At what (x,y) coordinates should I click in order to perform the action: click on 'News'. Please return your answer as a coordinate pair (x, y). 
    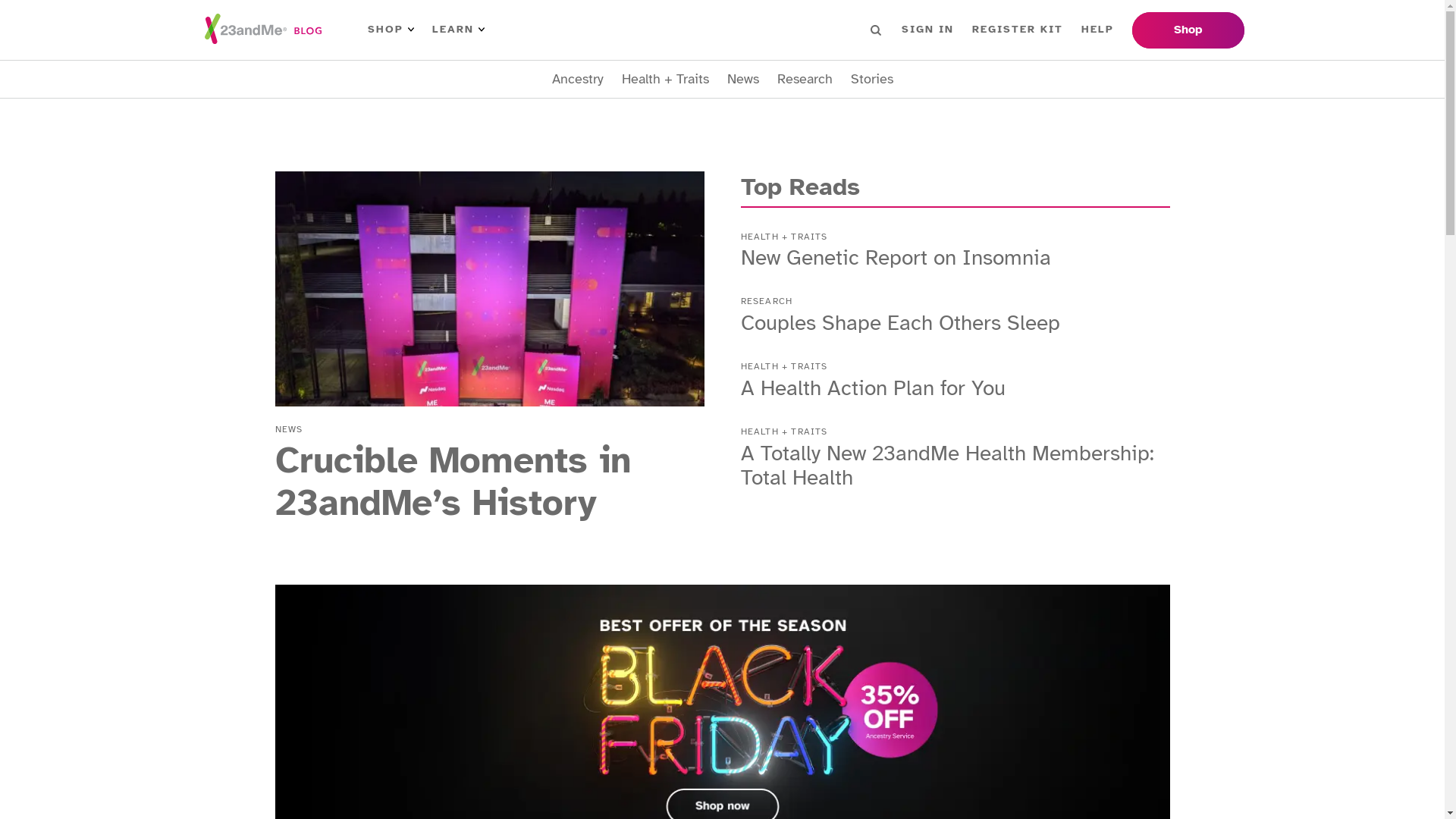
    Looking at the image, I should click on (742, 79).